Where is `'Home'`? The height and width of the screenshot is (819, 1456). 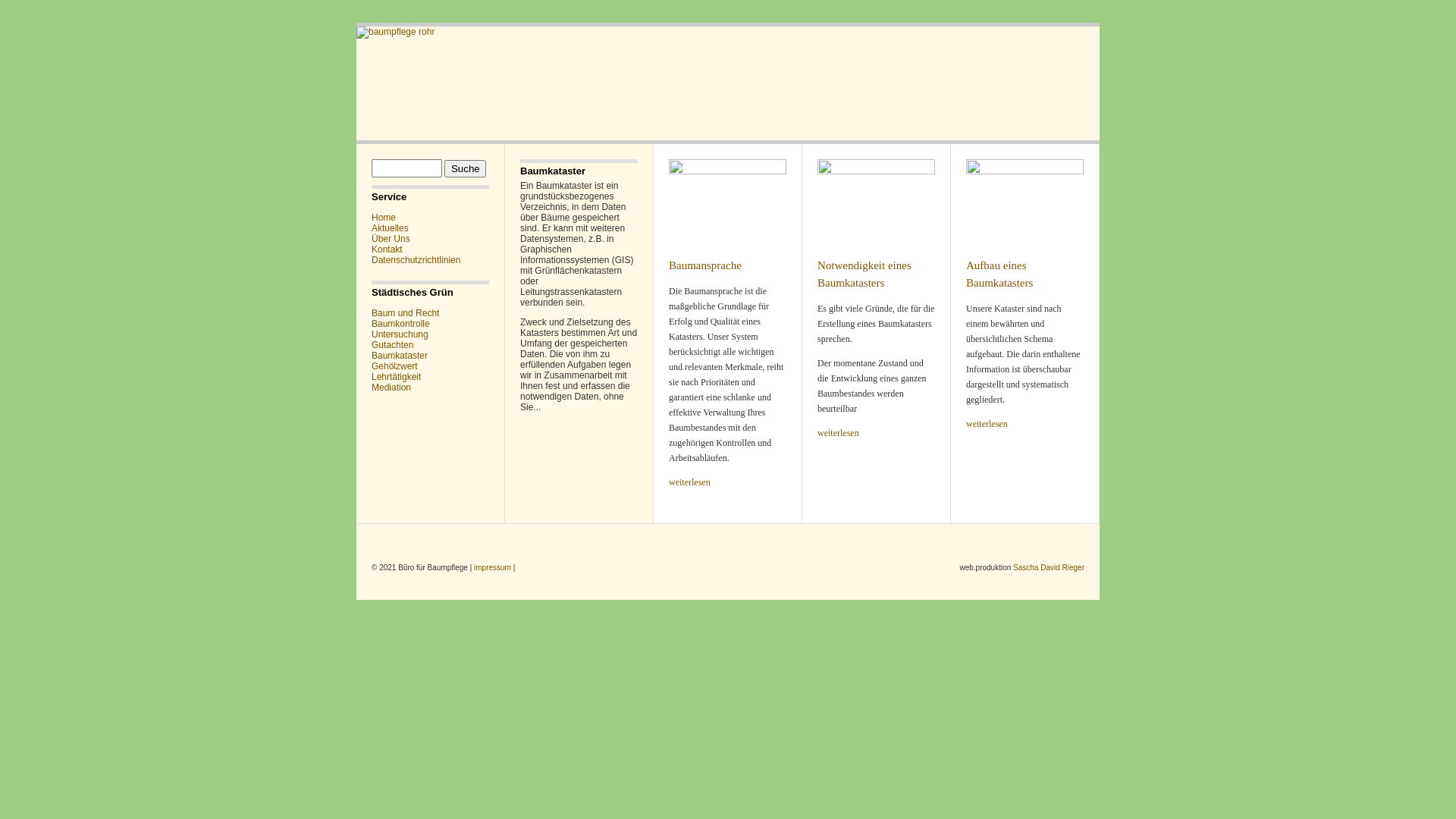 'Home' is located at coordinates (383, 217).